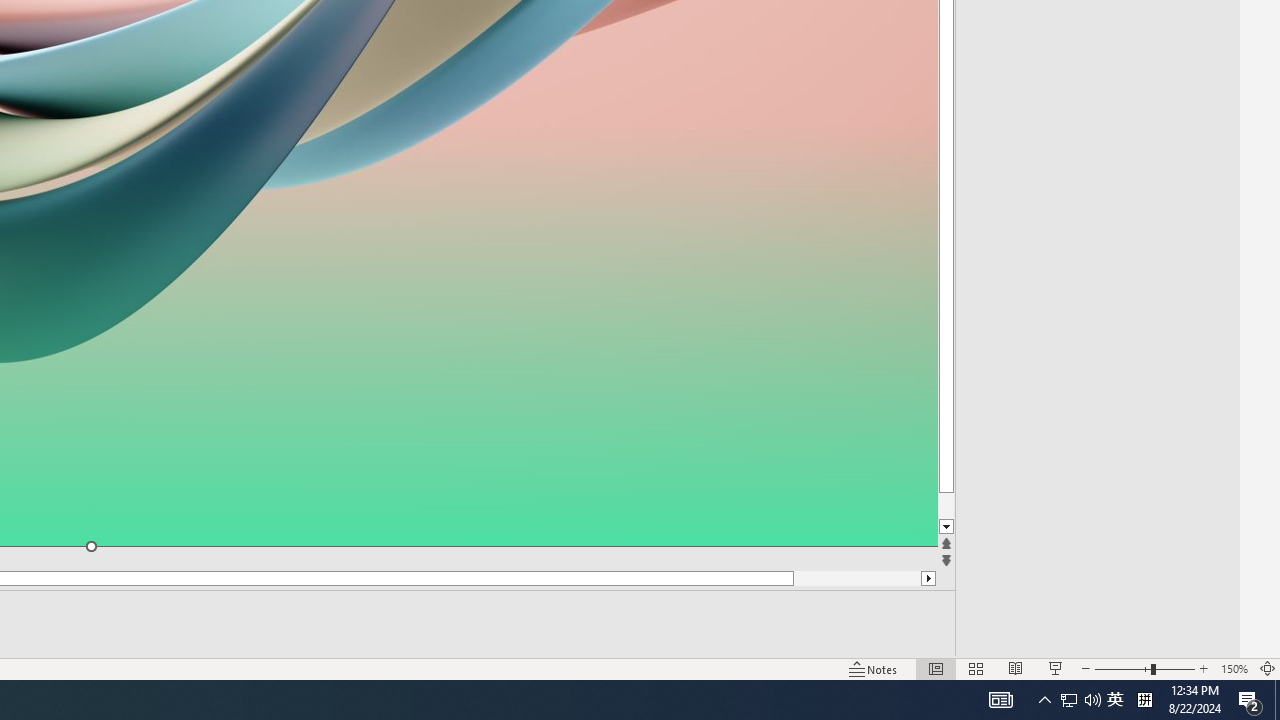 The width and height of the screenshot is (1280, 720). I want to click on 'Tray Input Indicator - Chinese (Simplified, China)', so click(1144, 698).